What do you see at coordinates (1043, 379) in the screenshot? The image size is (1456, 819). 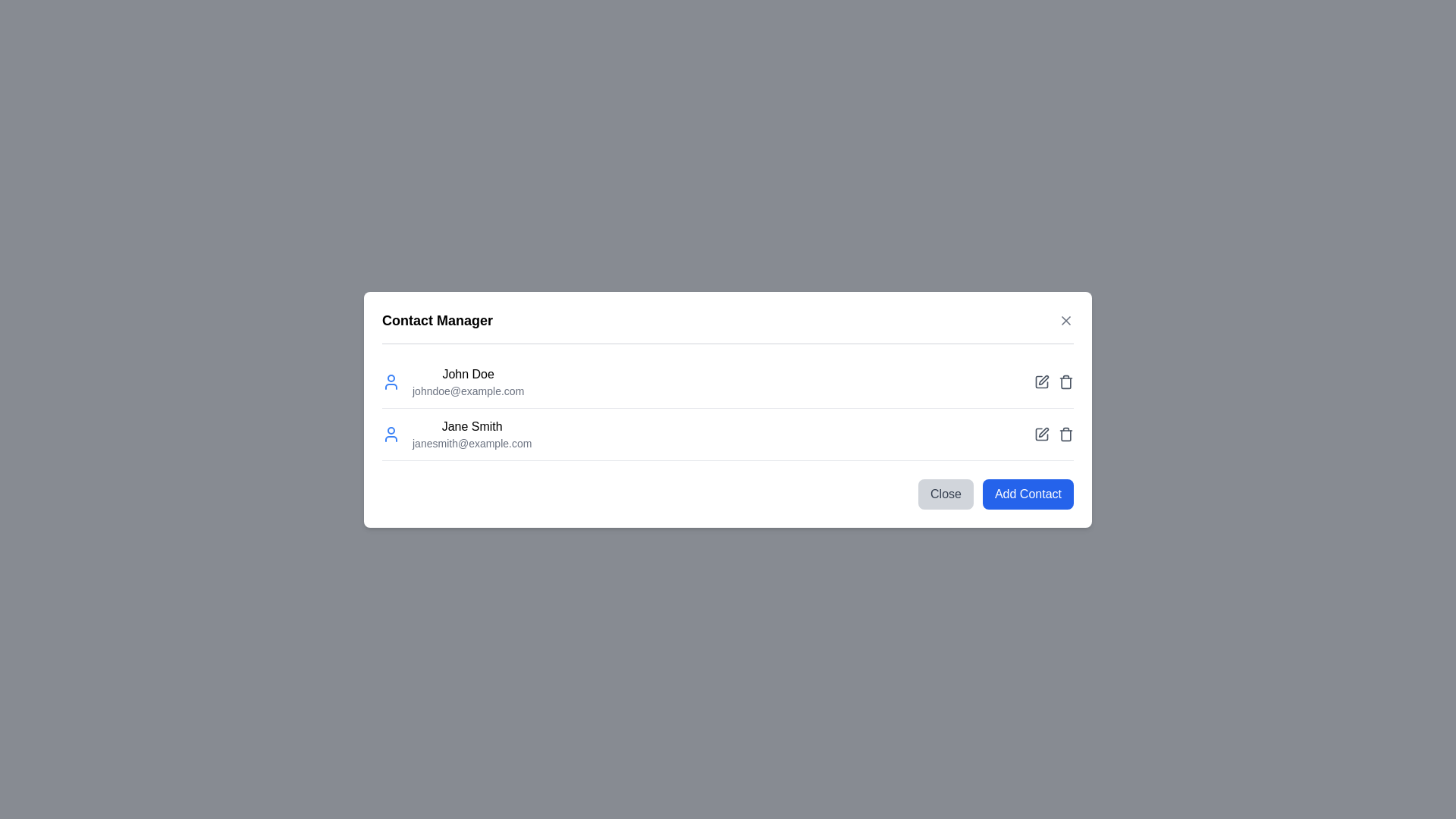 I see `the clickable edit icon located to the right of the second contact entry, which allows the user to modify the contact's information` at bounding box center [1043, 379].